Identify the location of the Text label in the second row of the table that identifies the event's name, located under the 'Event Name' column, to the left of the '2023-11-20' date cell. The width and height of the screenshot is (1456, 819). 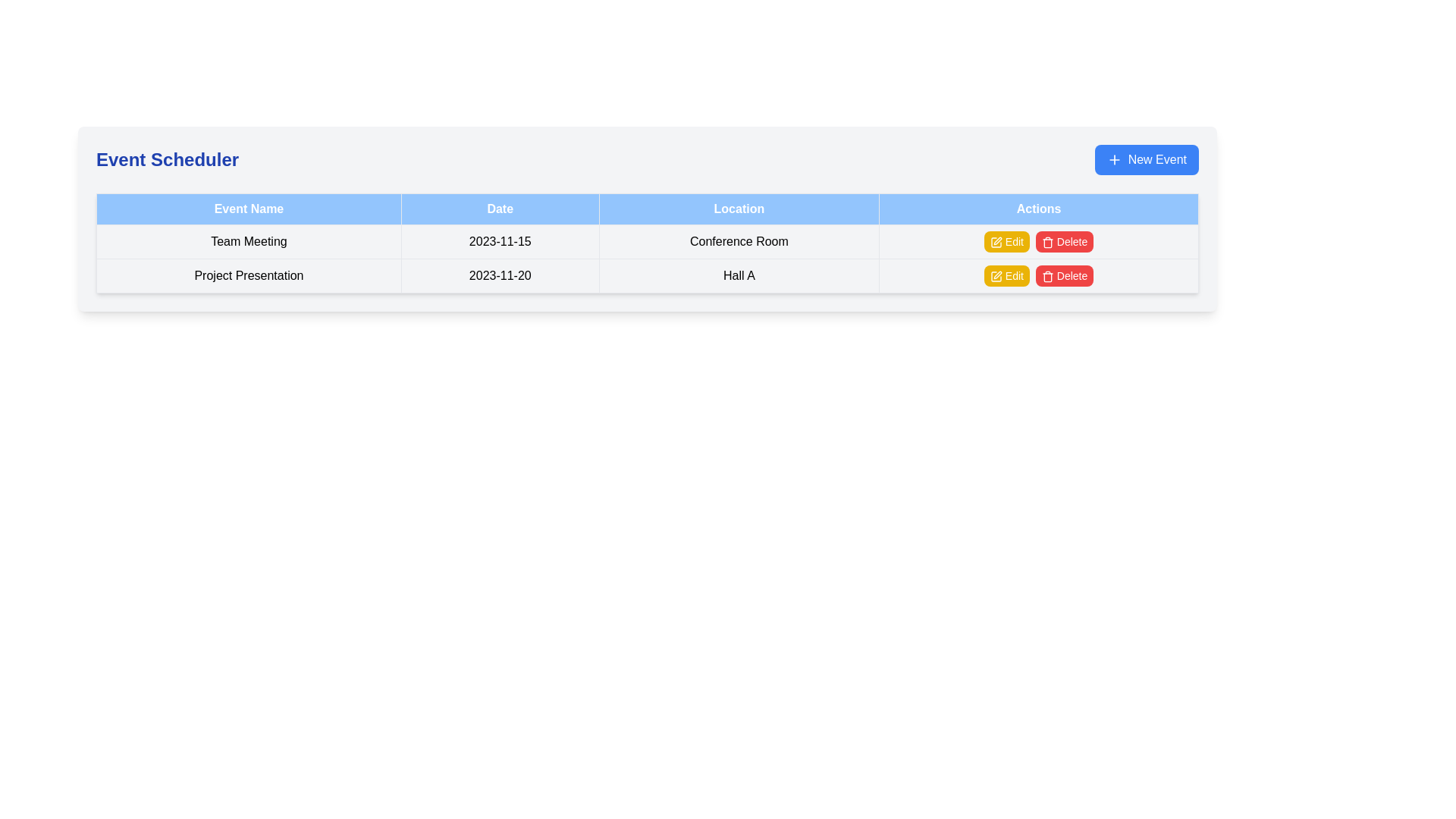
(249, 275).